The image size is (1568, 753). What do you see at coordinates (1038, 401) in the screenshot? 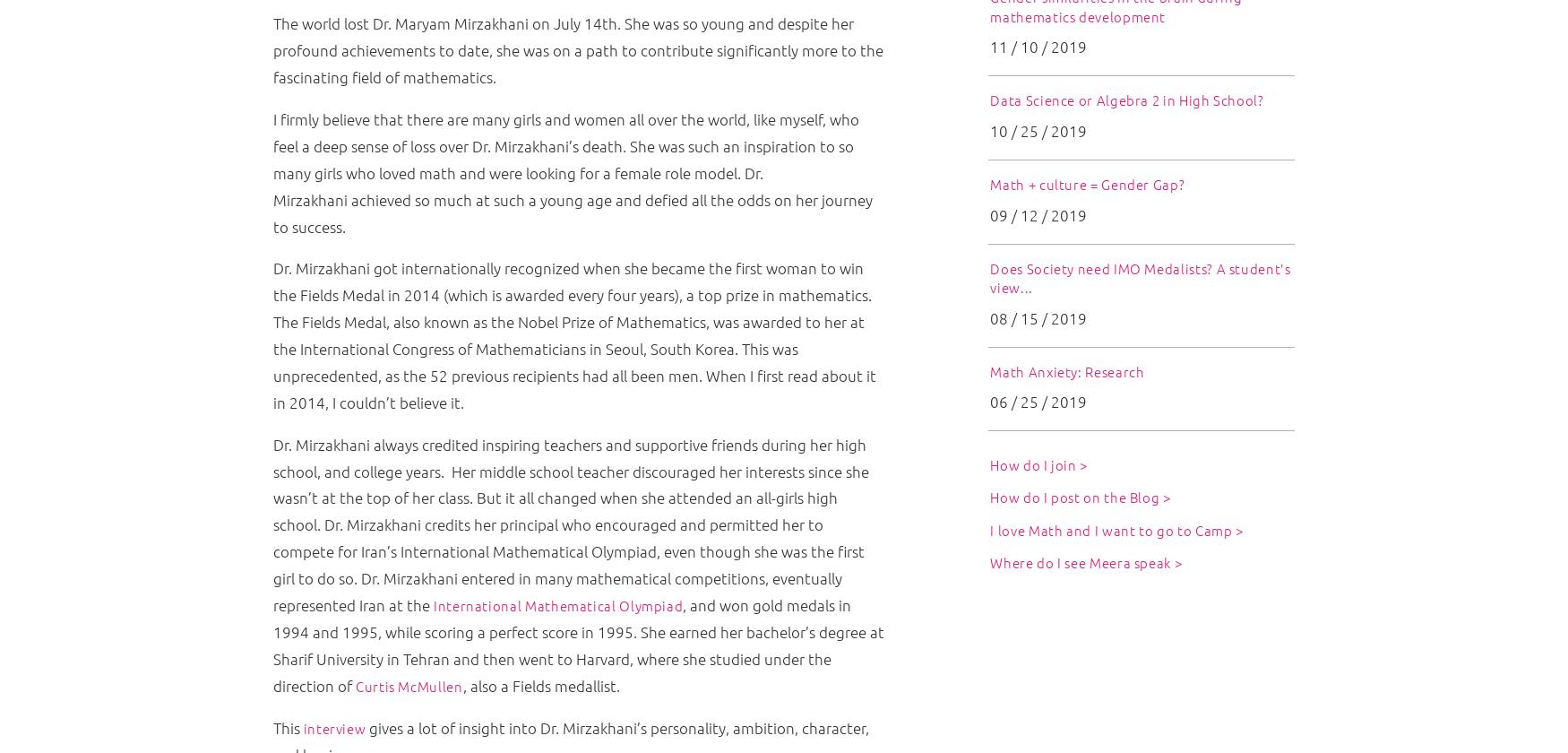
I see `'06 / 25 / 2019'` at bounding box center [1038, 401].